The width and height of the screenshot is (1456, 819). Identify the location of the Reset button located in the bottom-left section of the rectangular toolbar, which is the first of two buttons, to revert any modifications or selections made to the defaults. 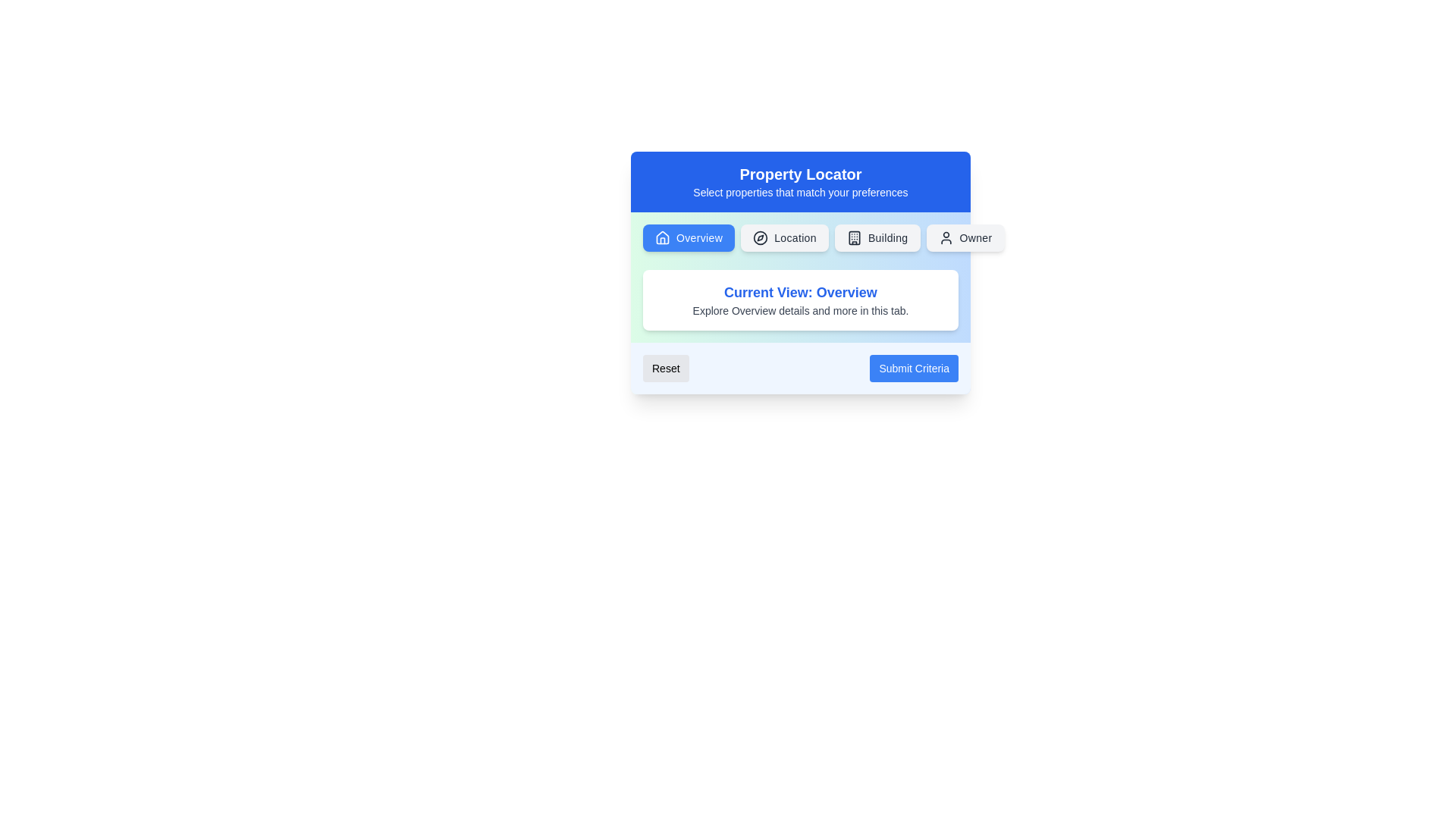
(666, 369).